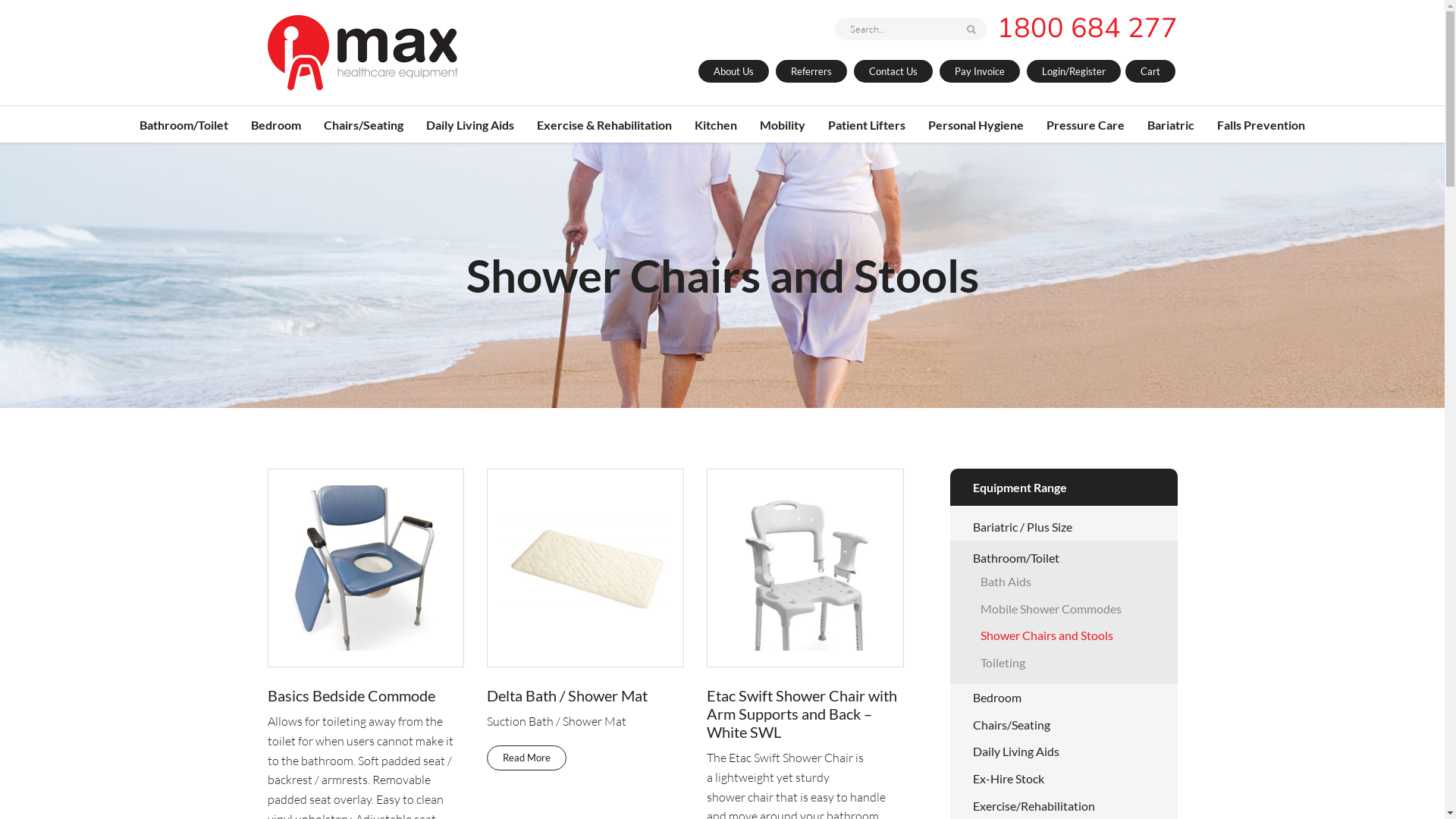 This screenshot has width=1456, height=819. Describe the element at coordinates (1005, 580) in the screenshot. I see `'Bath Aids'` at that location.